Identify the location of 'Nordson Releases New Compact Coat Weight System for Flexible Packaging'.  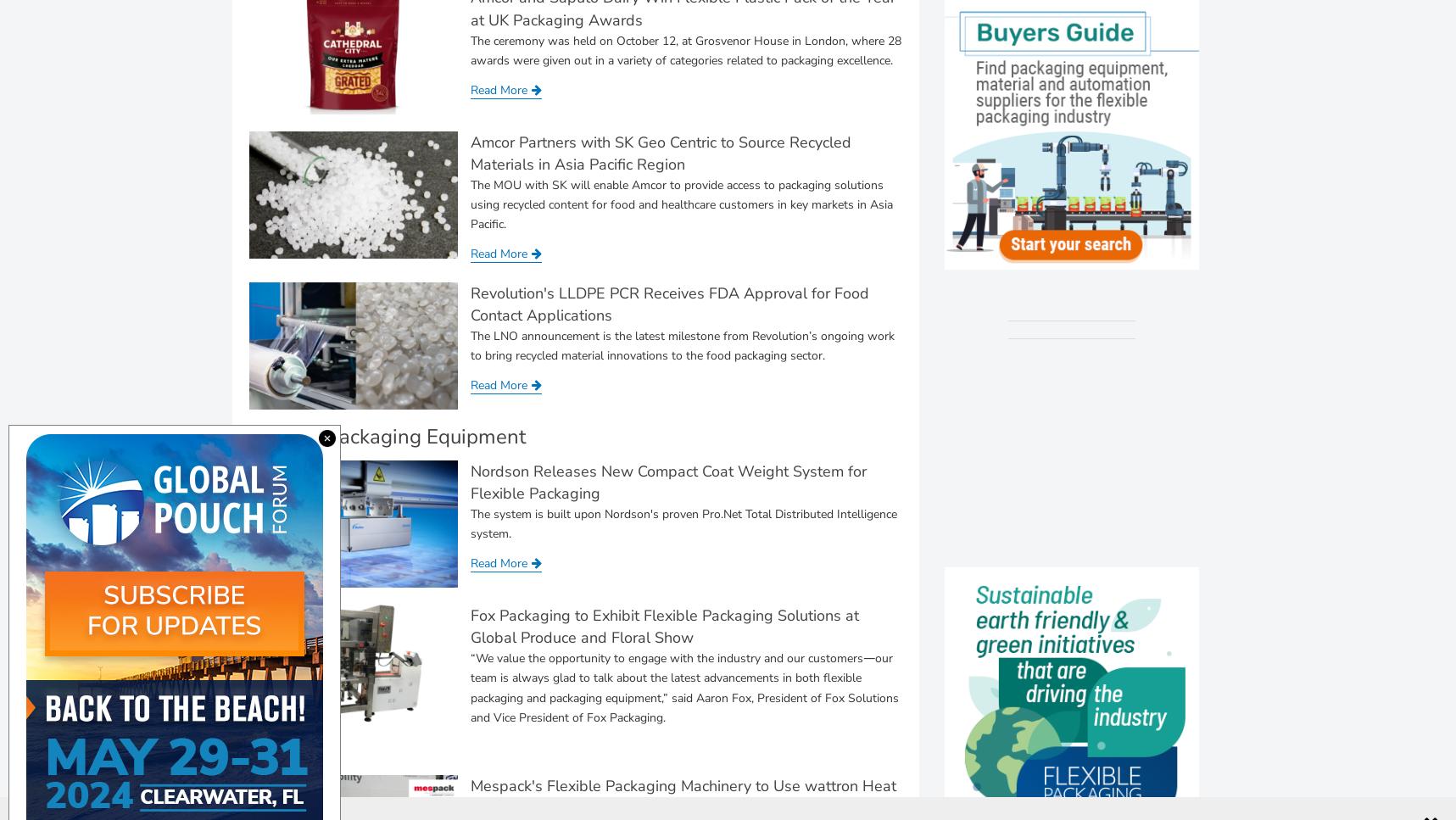
(667, 481).